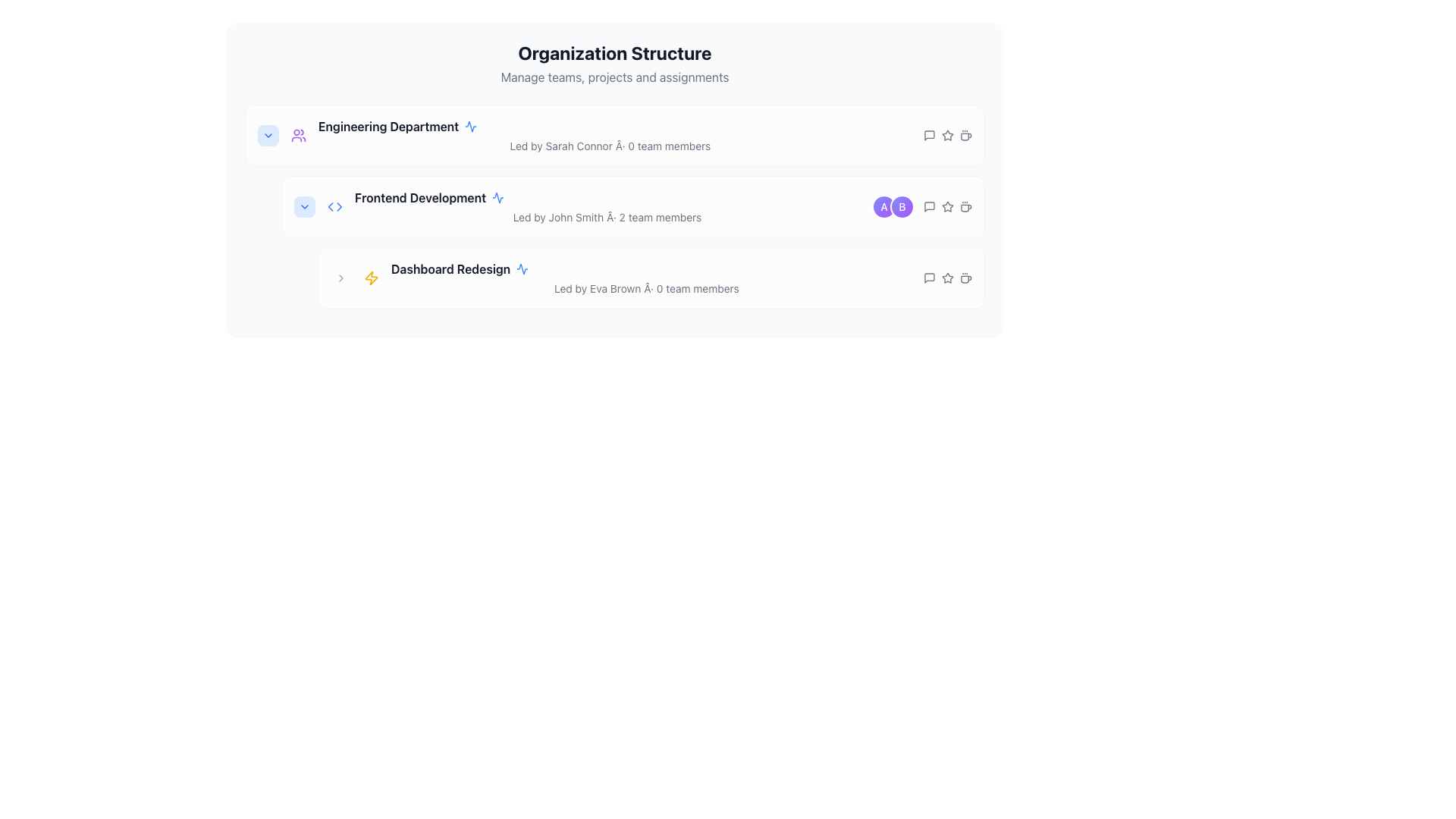  Describe the element at coordinates (615, 52) in the screenshot. I see `header text element displaying 'Organization Structure', which is a bold and large-sized title positioned at the top of the section` at that location.